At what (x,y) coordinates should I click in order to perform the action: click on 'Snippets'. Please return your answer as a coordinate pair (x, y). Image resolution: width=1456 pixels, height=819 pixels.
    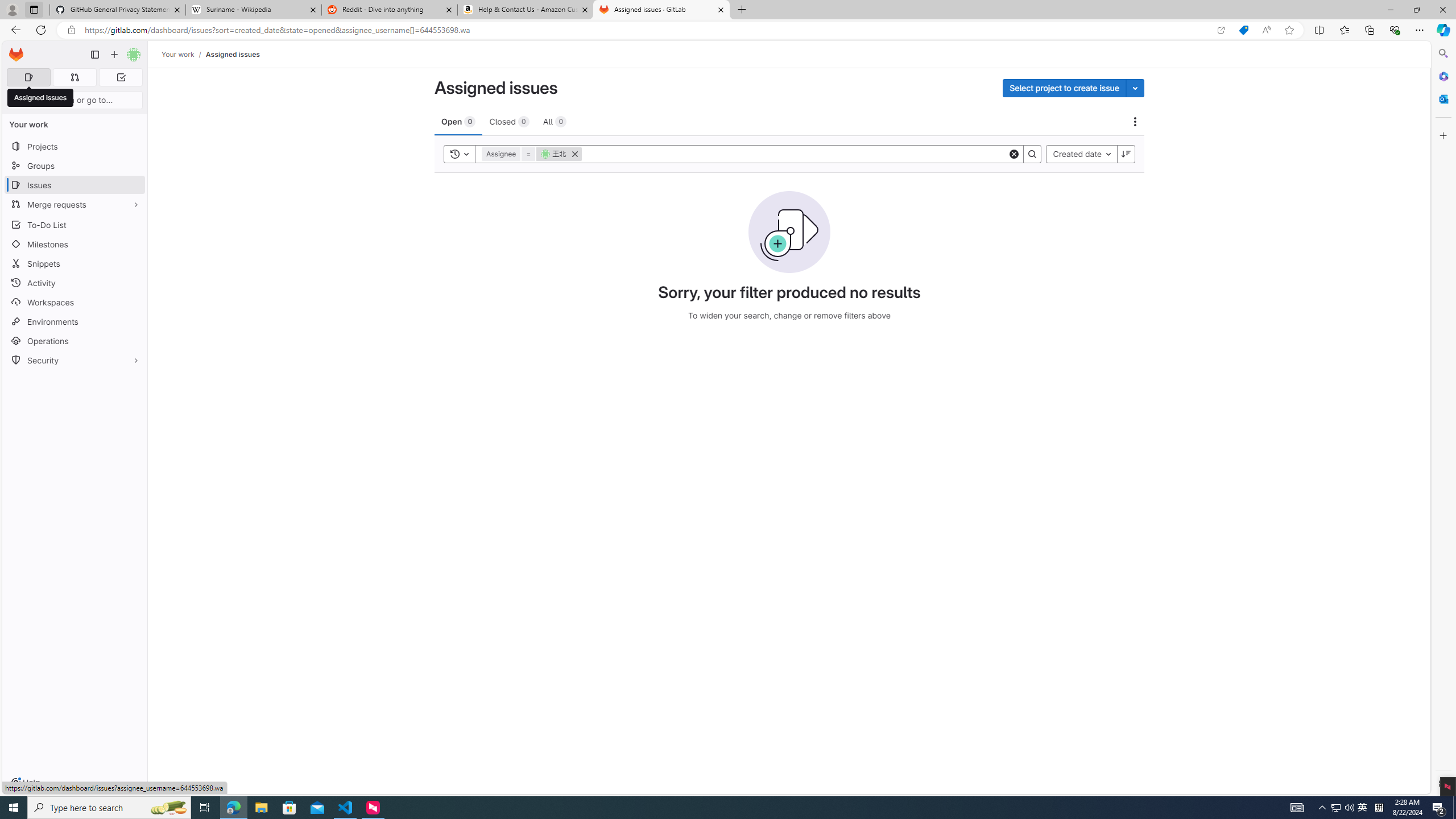
    Looking at the image, I should click on (74, 263).